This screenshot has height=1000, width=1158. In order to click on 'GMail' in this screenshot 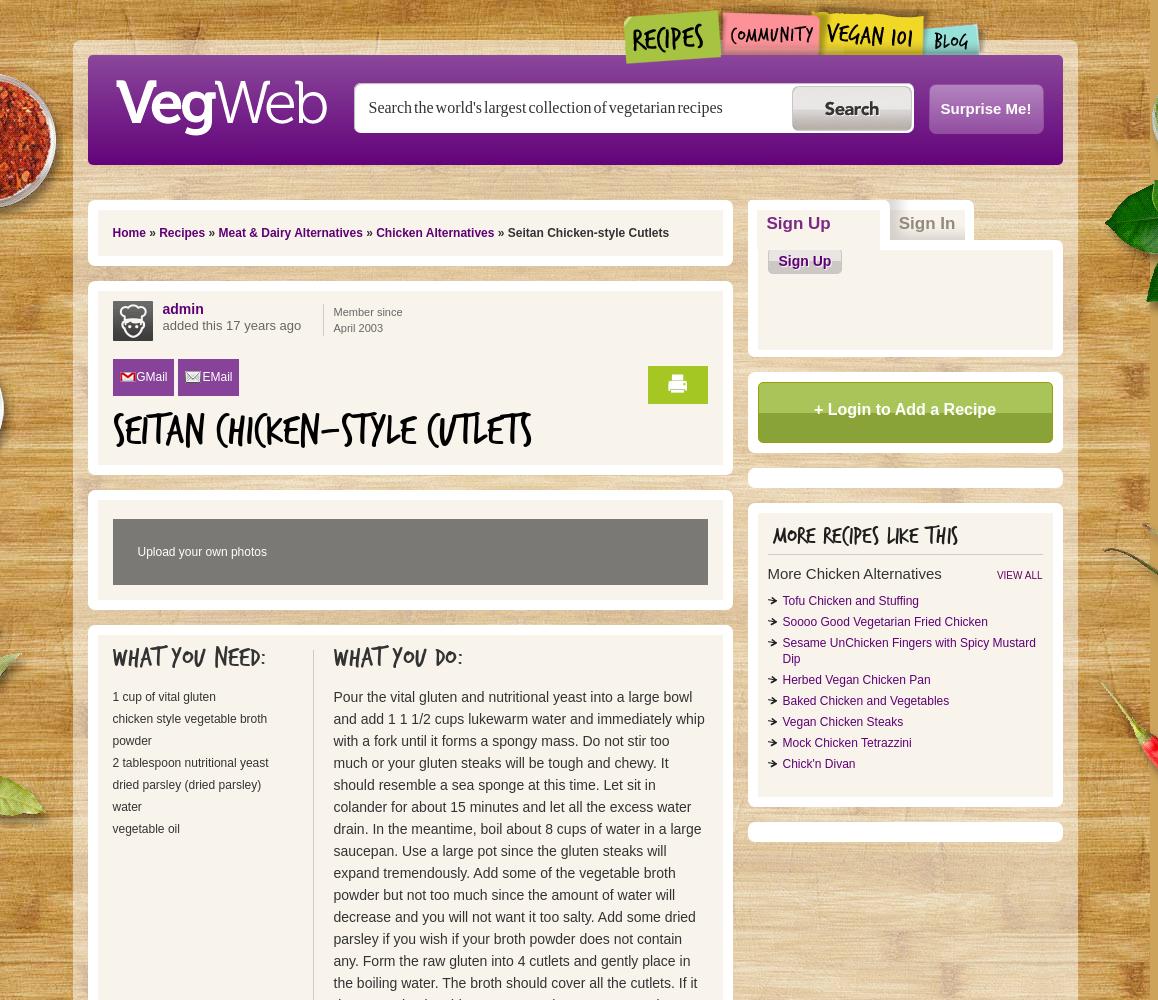, I will do `click(150, 377)`.